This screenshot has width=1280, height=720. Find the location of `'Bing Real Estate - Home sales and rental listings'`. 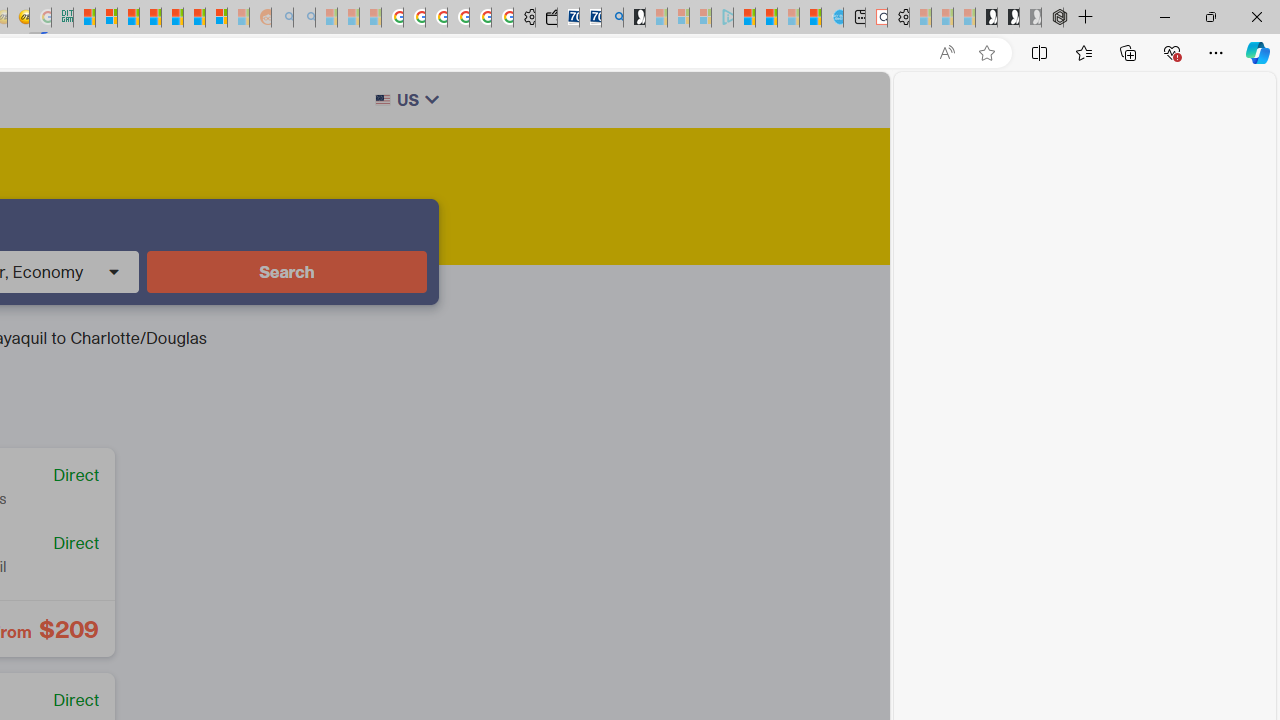

'Bing Real Estate - Home sales and rental listings' is located at coordinates (611, 17).